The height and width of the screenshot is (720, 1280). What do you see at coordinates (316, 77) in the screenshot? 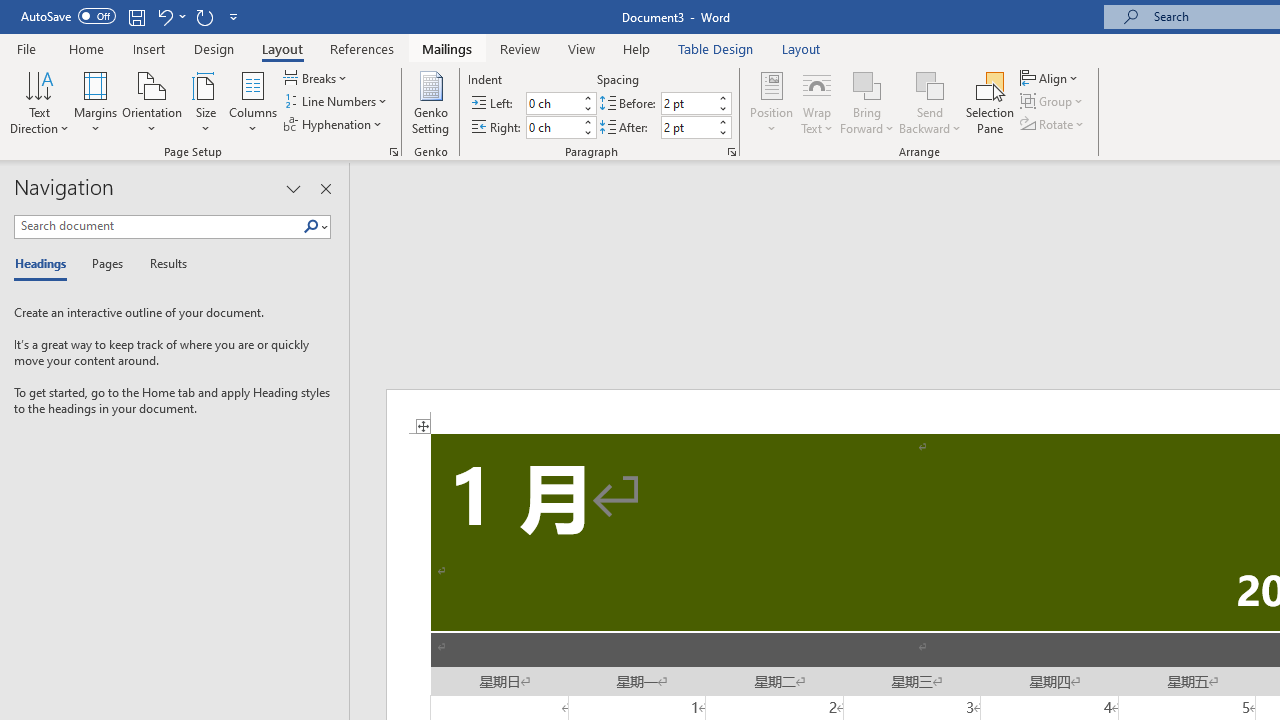
I see `'Breaks'` at bounding box center [316, 77].